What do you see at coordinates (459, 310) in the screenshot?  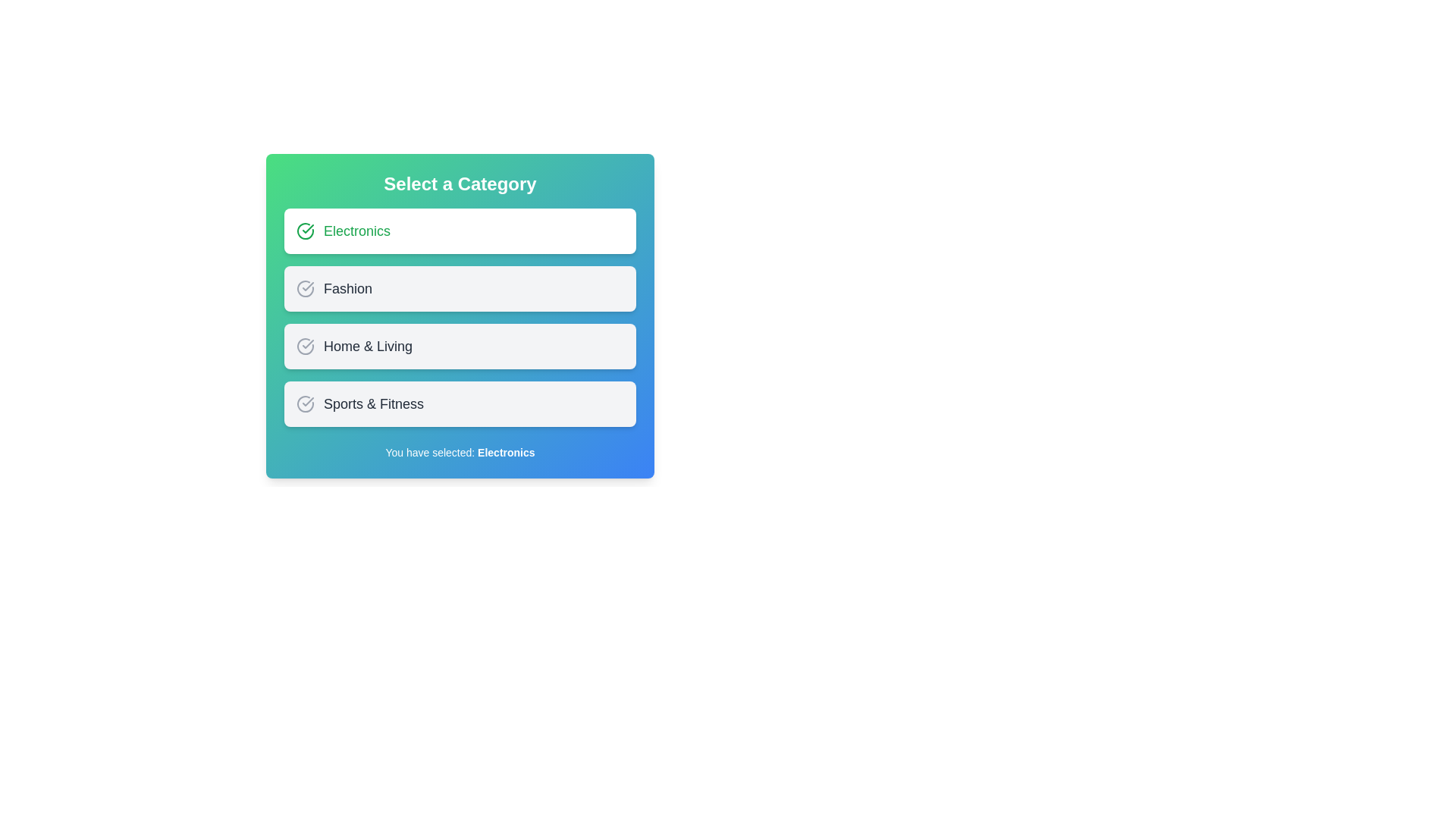 I see `the 'Fashion' category button, which is the second option in a list of four selectable category buttons, located between 'Electronics' and 'Home & Living'` at bounding box center [459, 310].